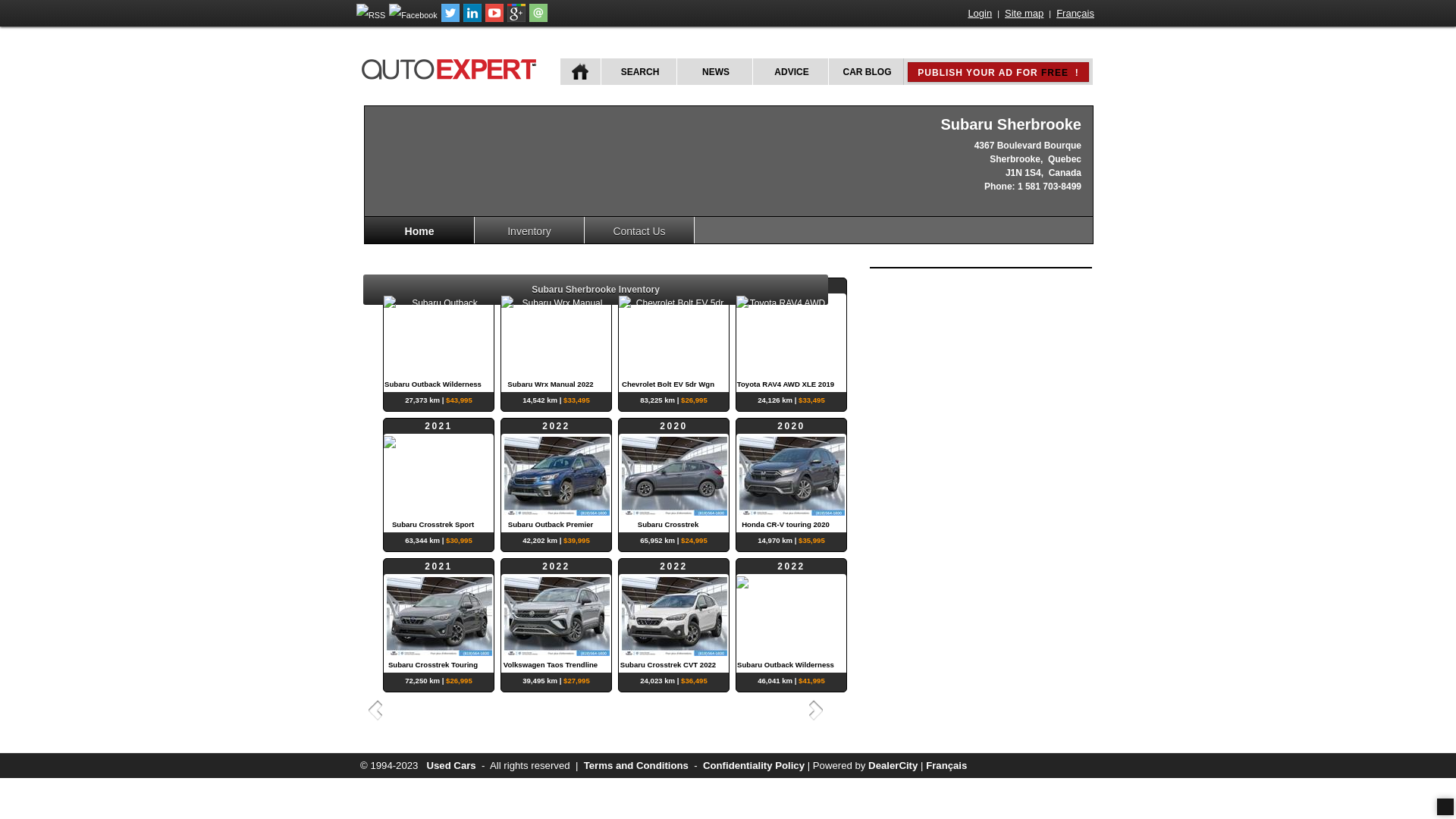  I want to click on 'Home', so click(419, 230).